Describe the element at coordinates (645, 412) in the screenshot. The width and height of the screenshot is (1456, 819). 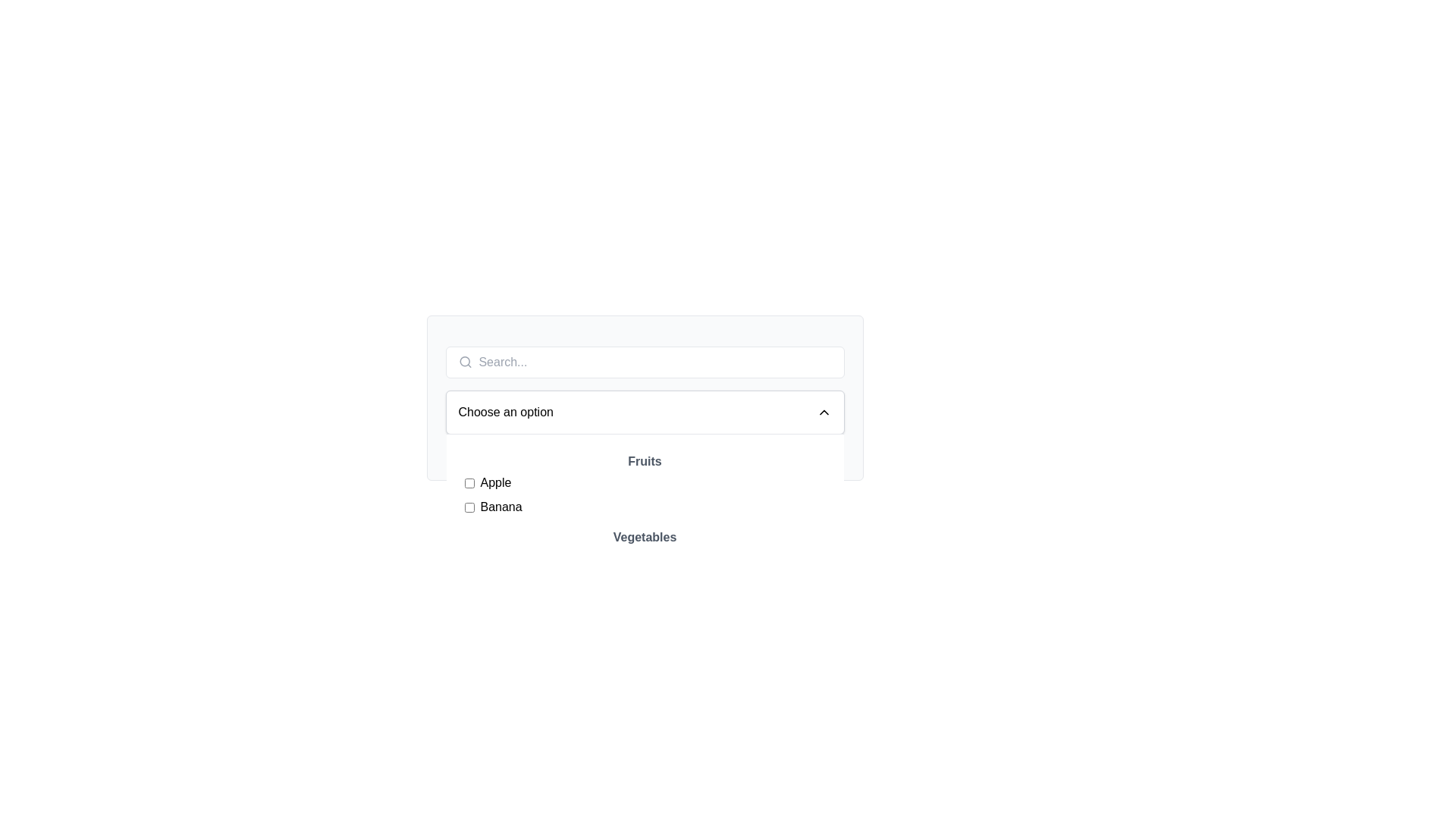
I see `the Dropdown menu located below the search bar and above the 'Fruits' and 'Vegetables' categories by tabbing to it` at that location.